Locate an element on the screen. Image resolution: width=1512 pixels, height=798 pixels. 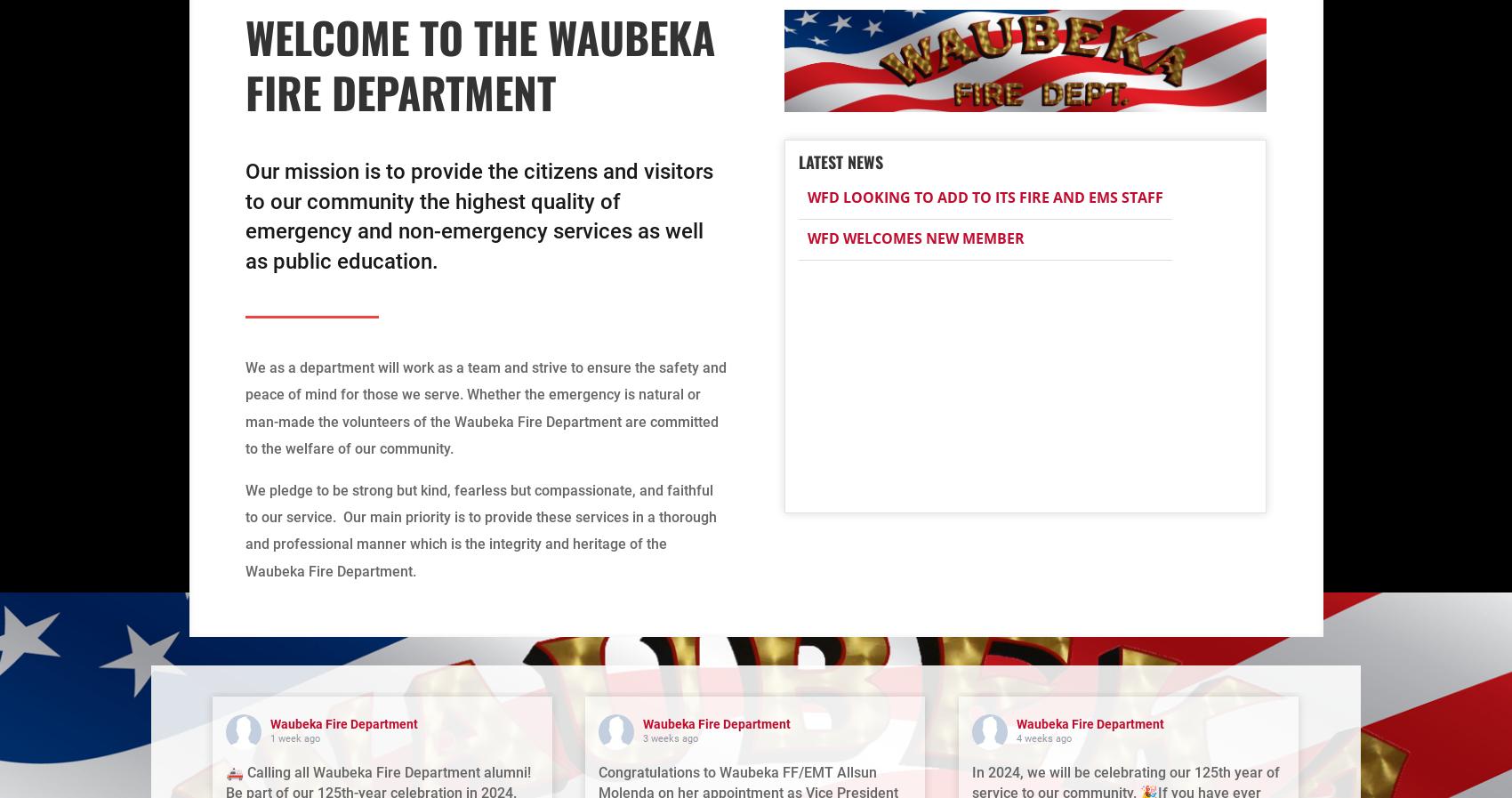
'We as a department will work as a team and strive to ensure the safety and peace of mind for those we serve. Whether the emergency is natural or man-made the volunteers of the Waubeka Fire Department are committed to the welfare of our community.' is located at coordinates (485, 407).